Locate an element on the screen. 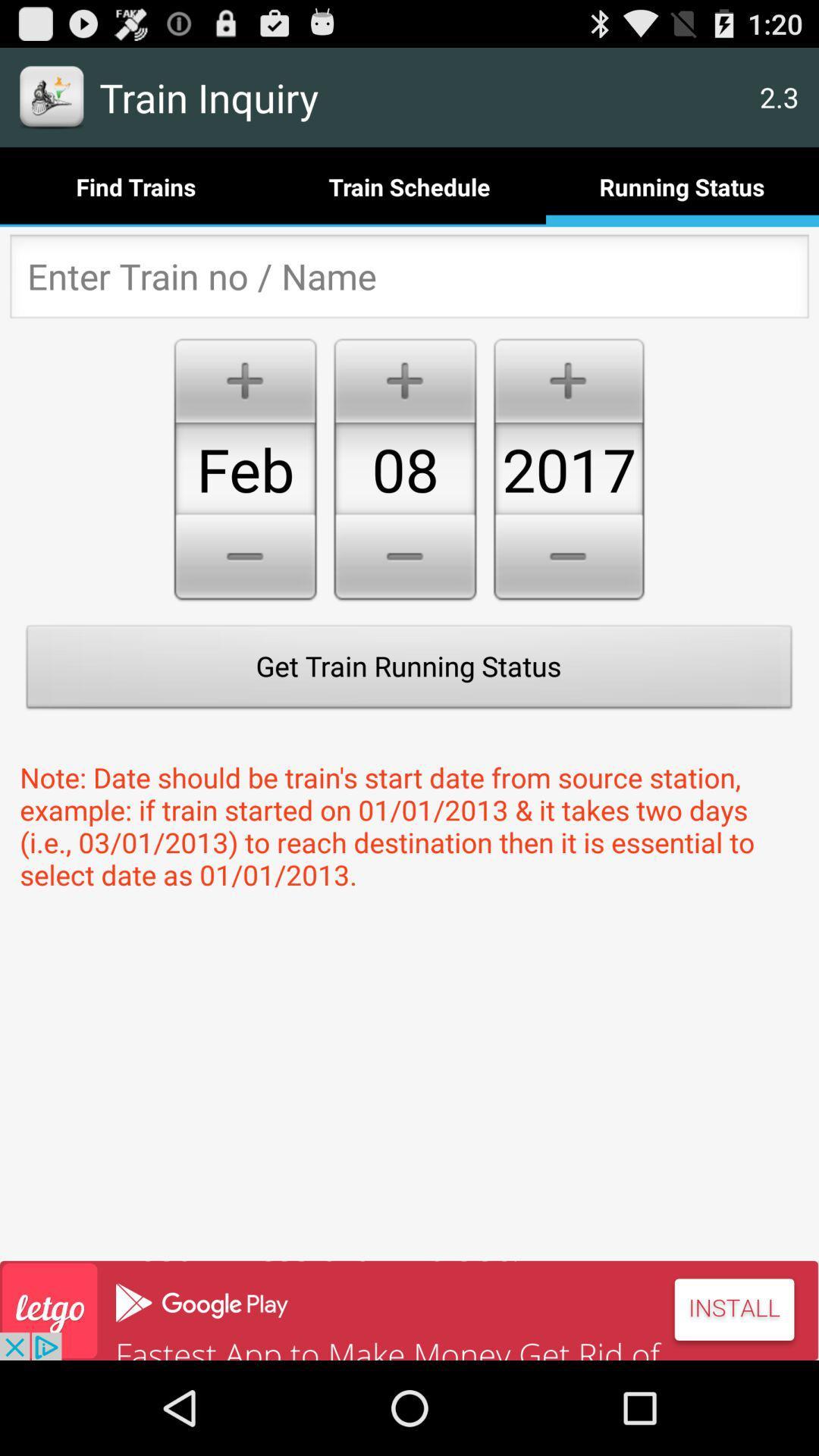  button get train running status is located at coordinates (409, 670).